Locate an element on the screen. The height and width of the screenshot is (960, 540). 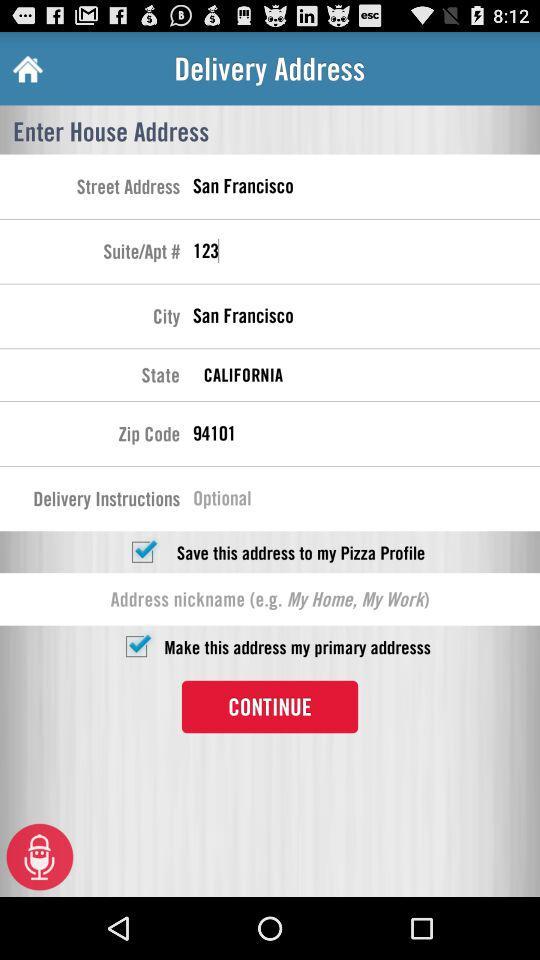
check or uncheck save address is located at coordinates (141, 552).